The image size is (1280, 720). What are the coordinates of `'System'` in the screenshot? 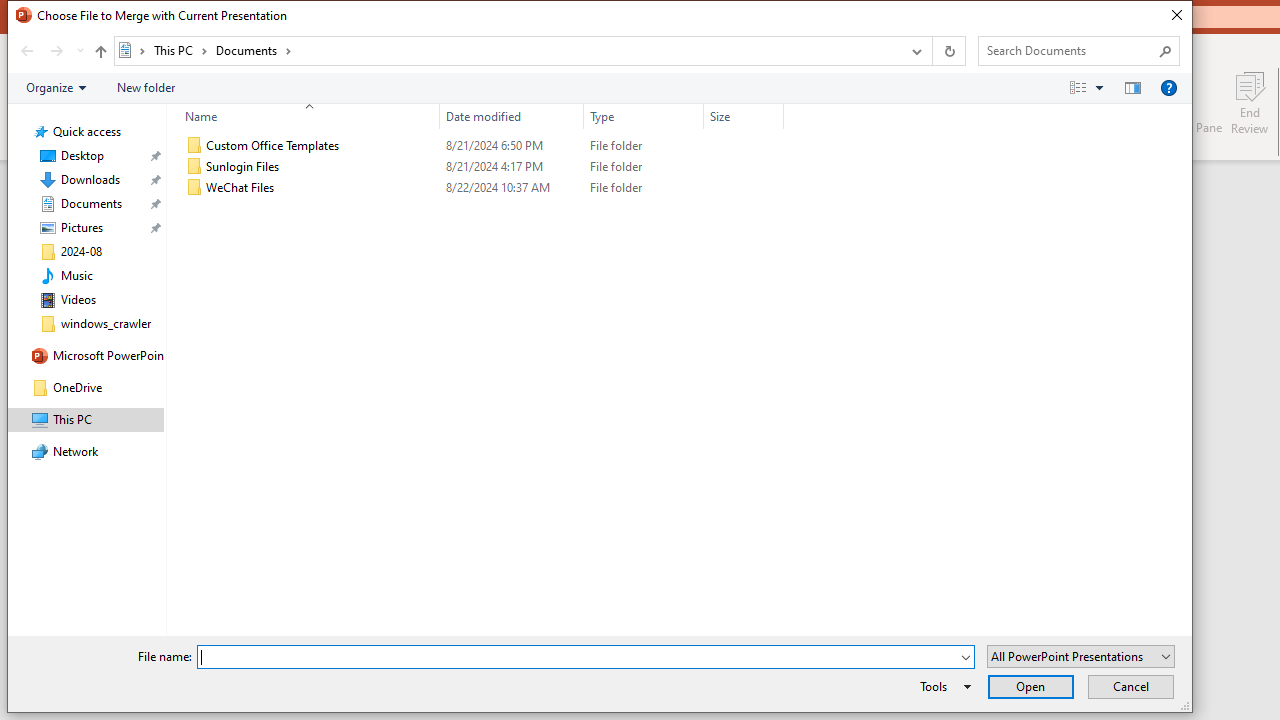 It's located at (18, 19).